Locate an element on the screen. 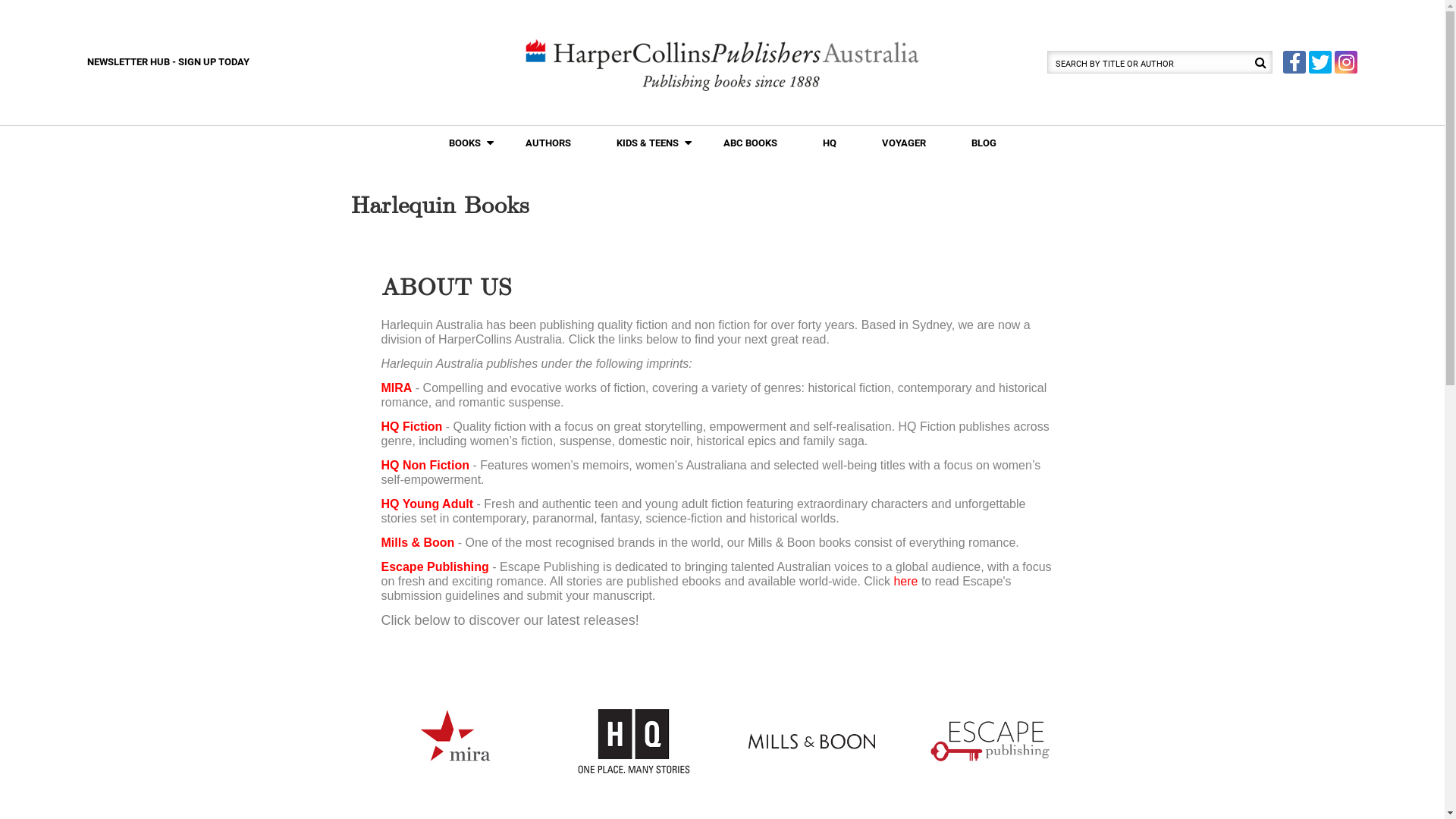  'BLOG' is located at coordinates (983, 143).